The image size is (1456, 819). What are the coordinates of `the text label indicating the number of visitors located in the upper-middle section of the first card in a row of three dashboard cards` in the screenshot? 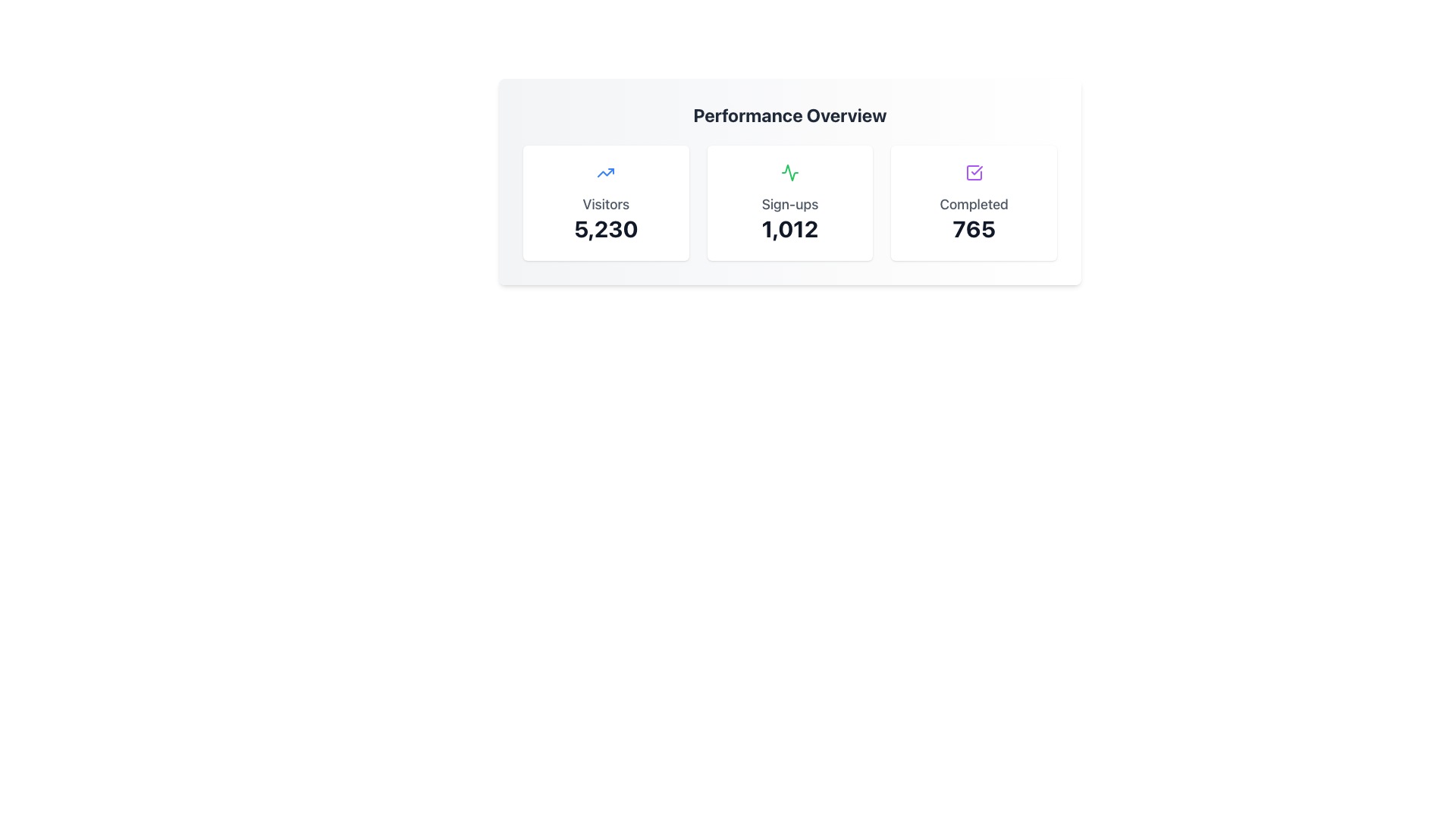 It's located at (605, 205).